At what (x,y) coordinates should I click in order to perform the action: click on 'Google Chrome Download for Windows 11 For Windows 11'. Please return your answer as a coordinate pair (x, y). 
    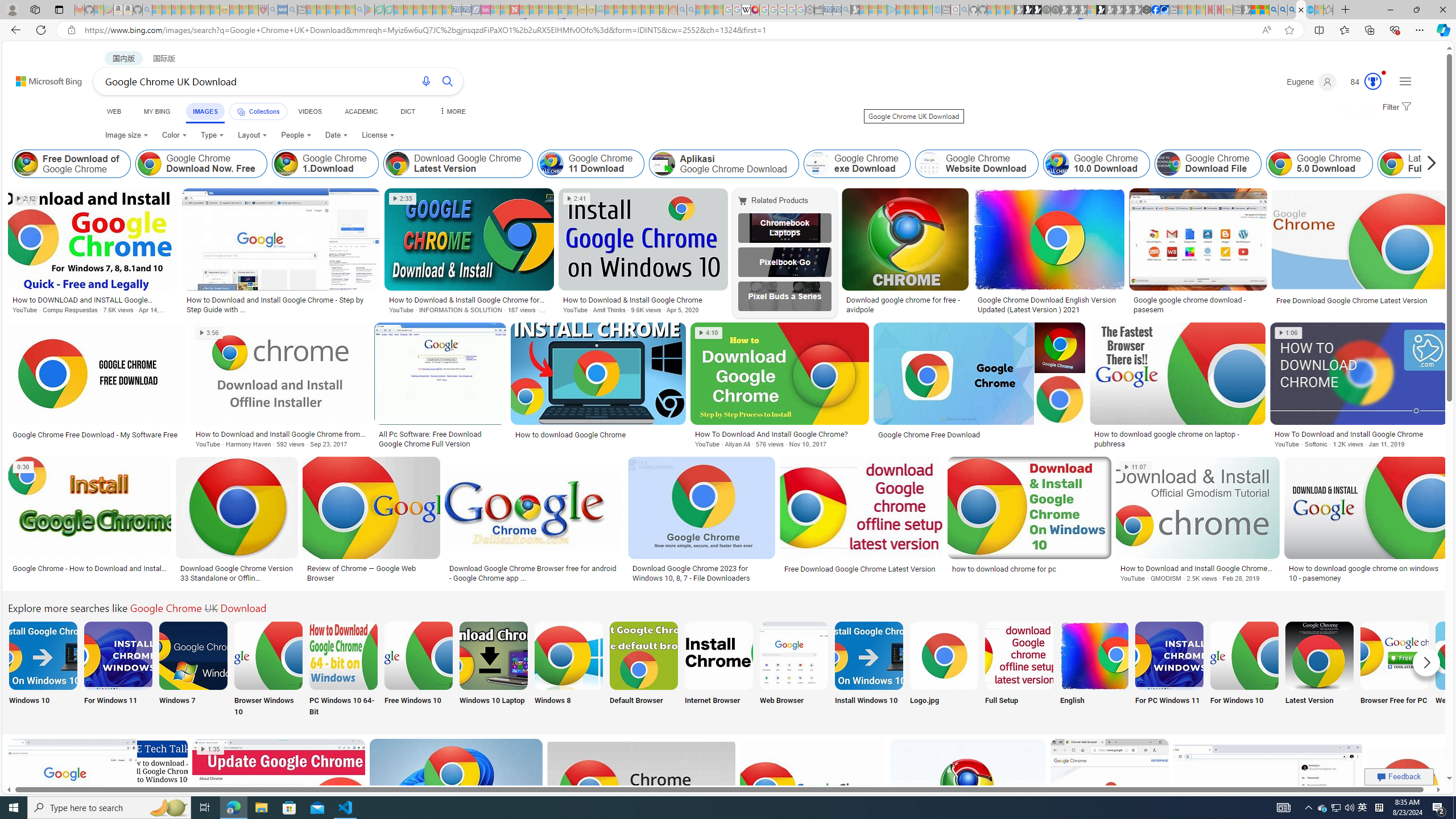
    Looking at the image, I should click on (118, 669).